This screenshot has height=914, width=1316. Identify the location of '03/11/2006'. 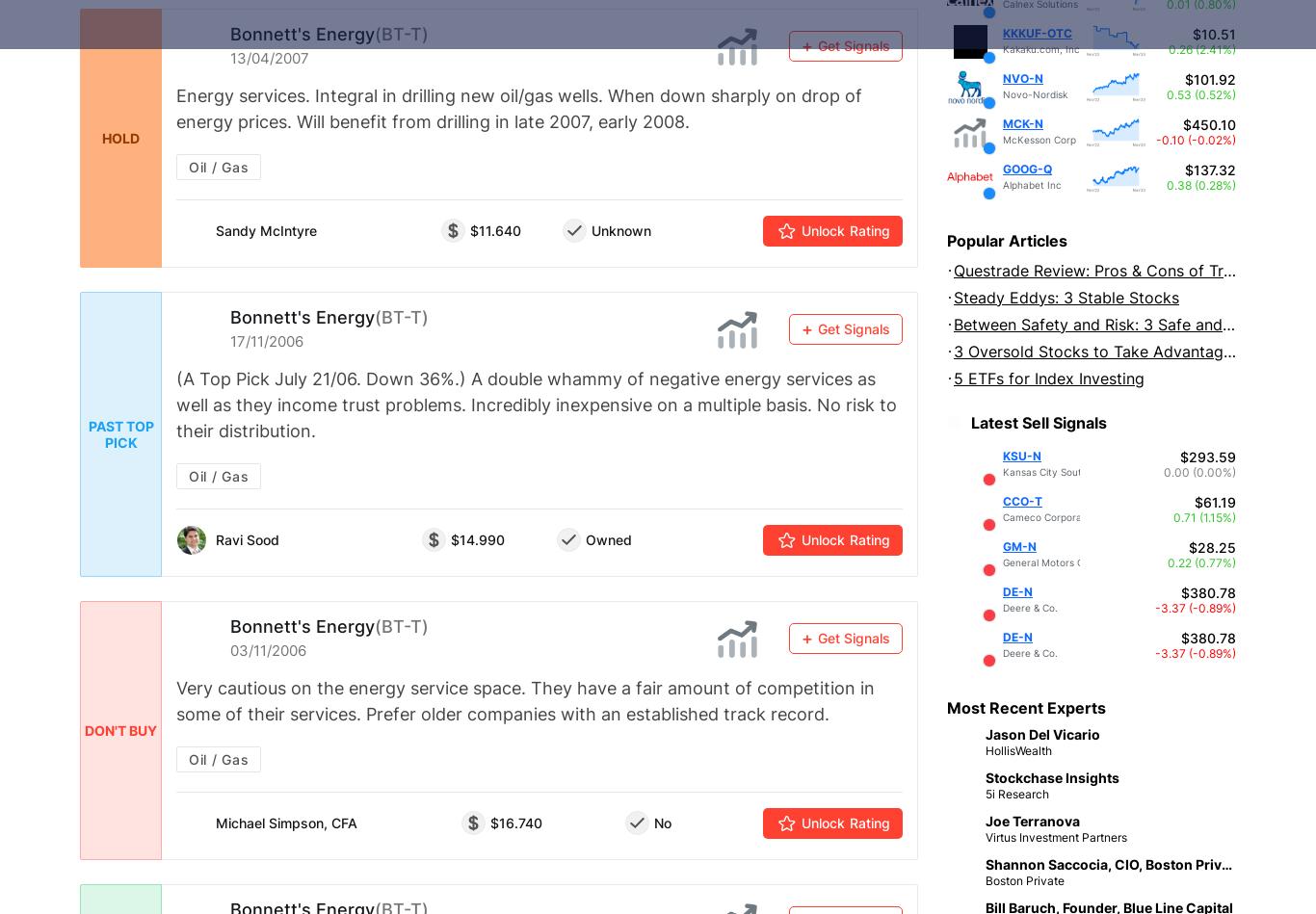
(230, 650).